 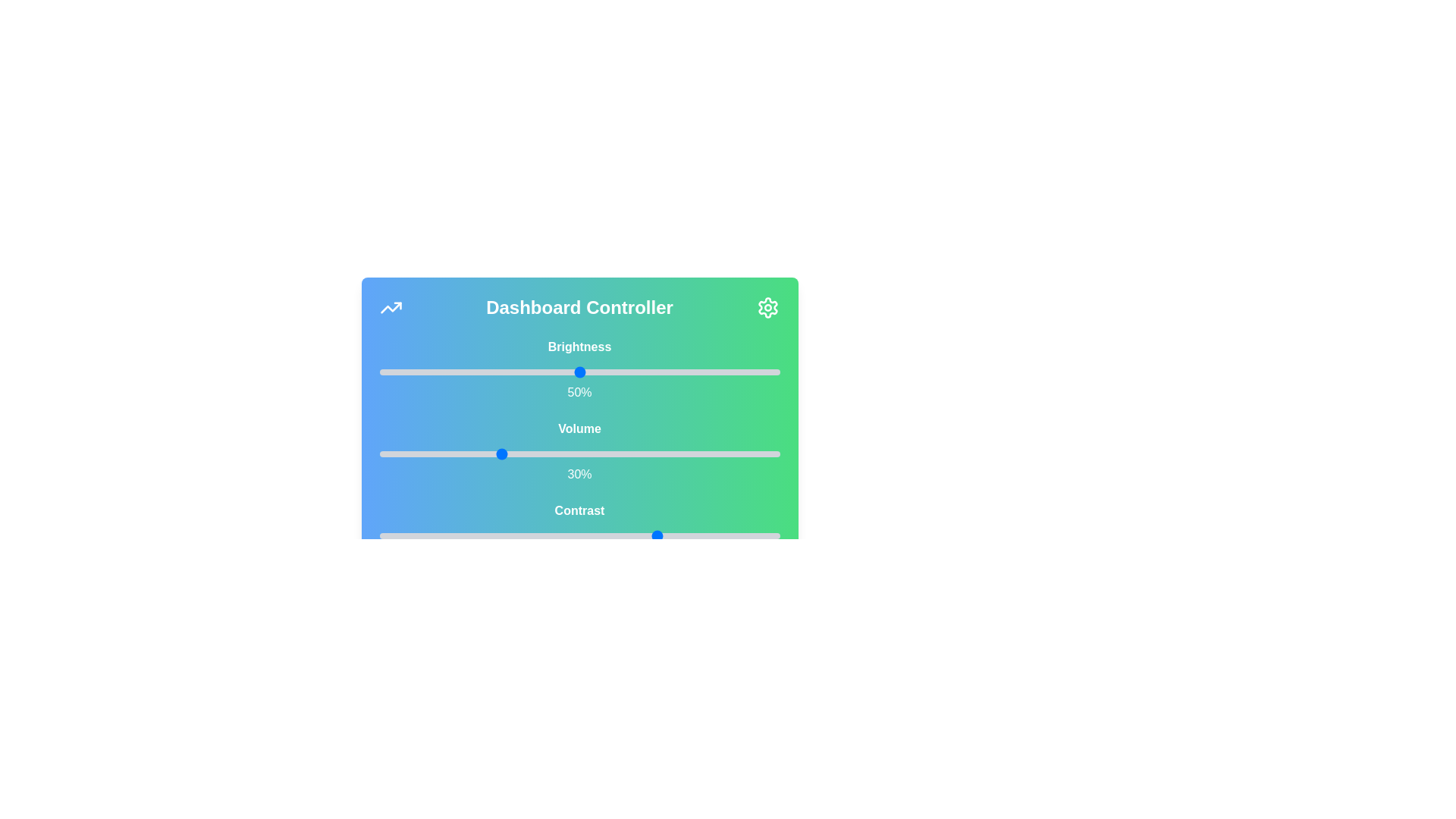 I want to click on the brightness slider to 29%, so click(x=495, y=372).